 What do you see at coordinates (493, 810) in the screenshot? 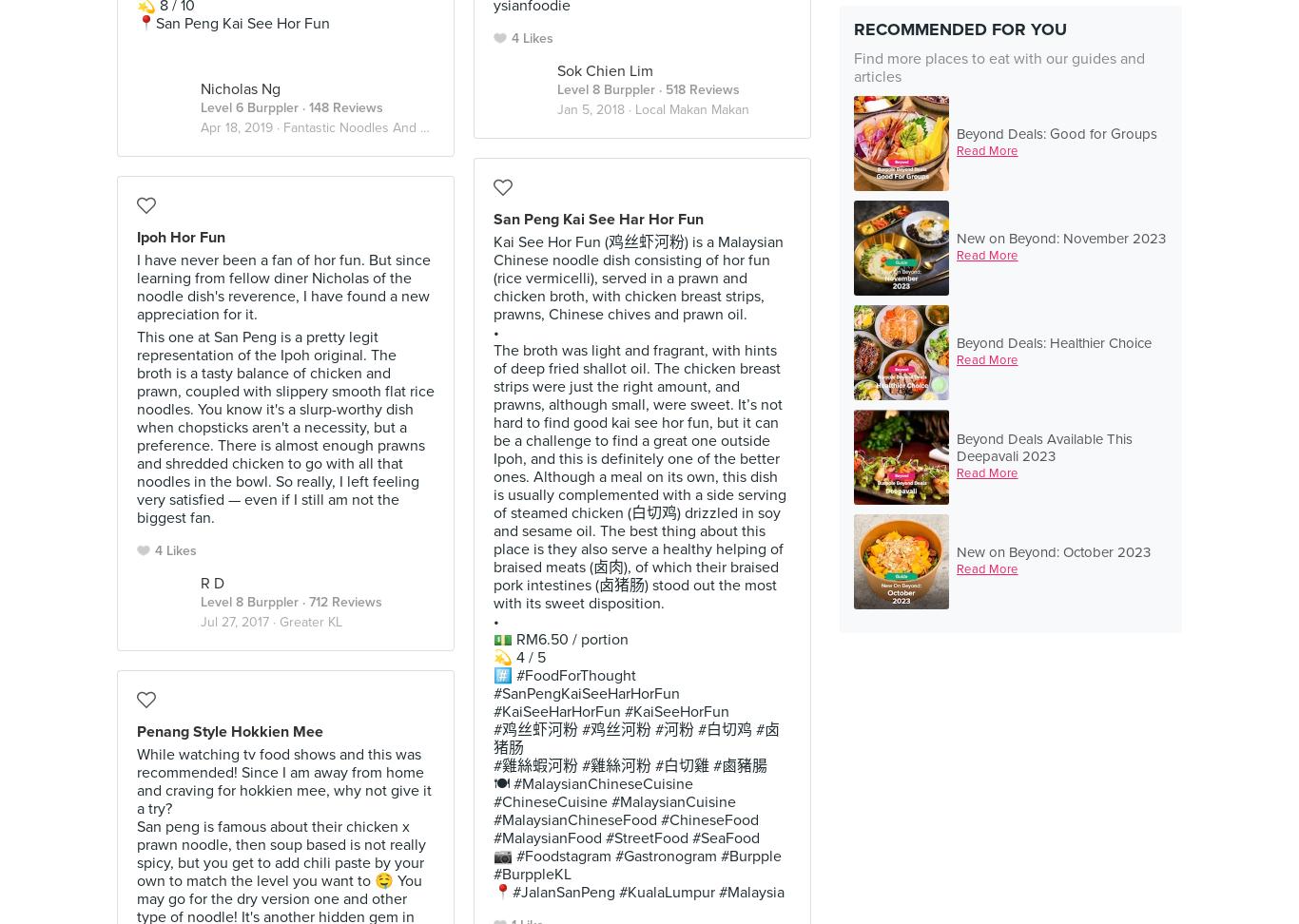
I see `'🍽 #MalaysianChineseCuisine #ChineseCuisine #MalaysianCuisine #MalaysianChineseFood #ChineseFood #MalaysianFood #StreetFood #SeaFood'` at bounding box center [493, 810].